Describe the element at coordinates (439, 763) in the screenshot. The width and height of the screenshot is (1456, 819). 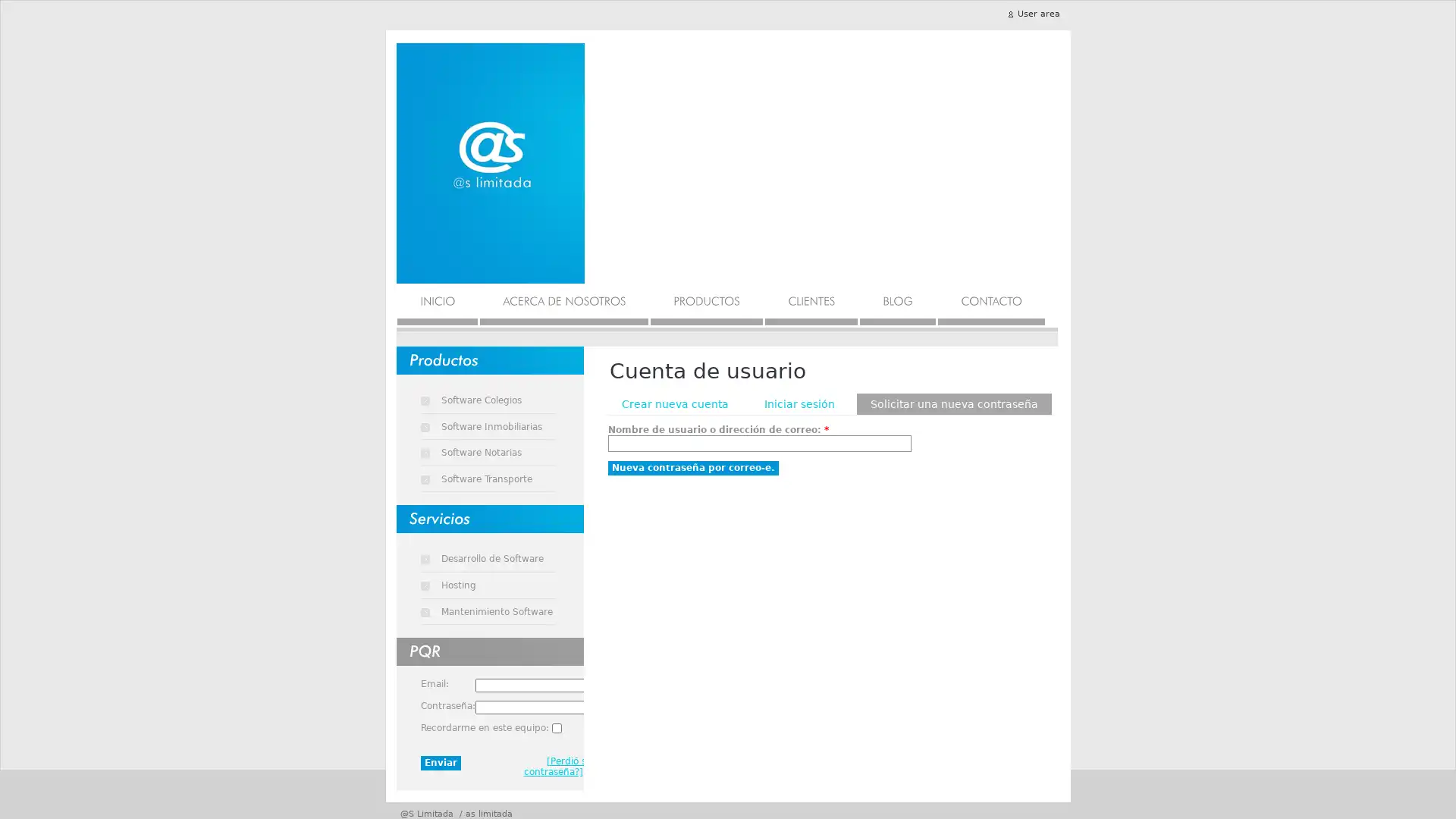
I see `Enviar` at that location.